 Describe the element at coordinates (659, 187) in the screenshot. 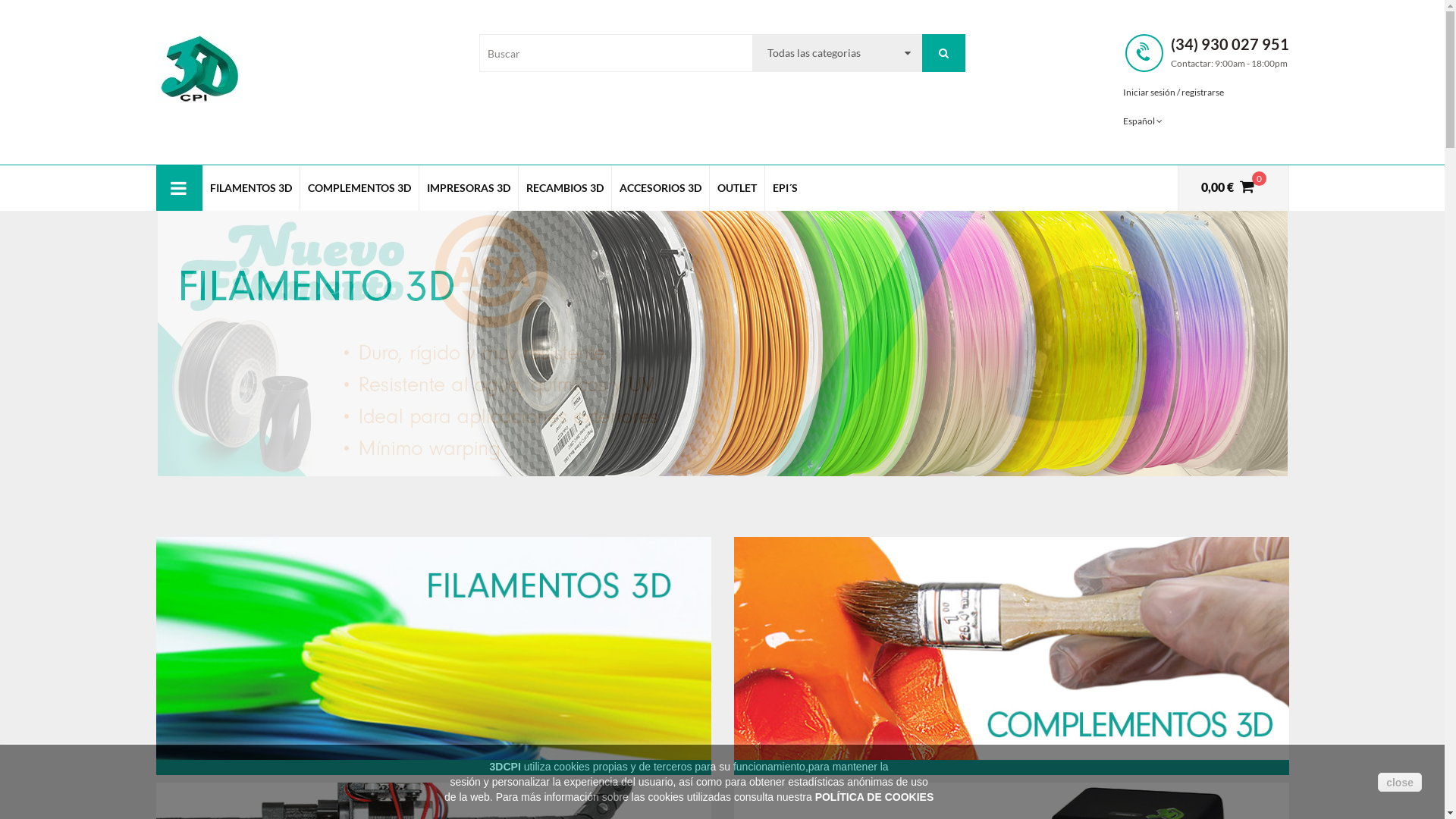

I see `'ACCESORIOS 3D'` at that location.